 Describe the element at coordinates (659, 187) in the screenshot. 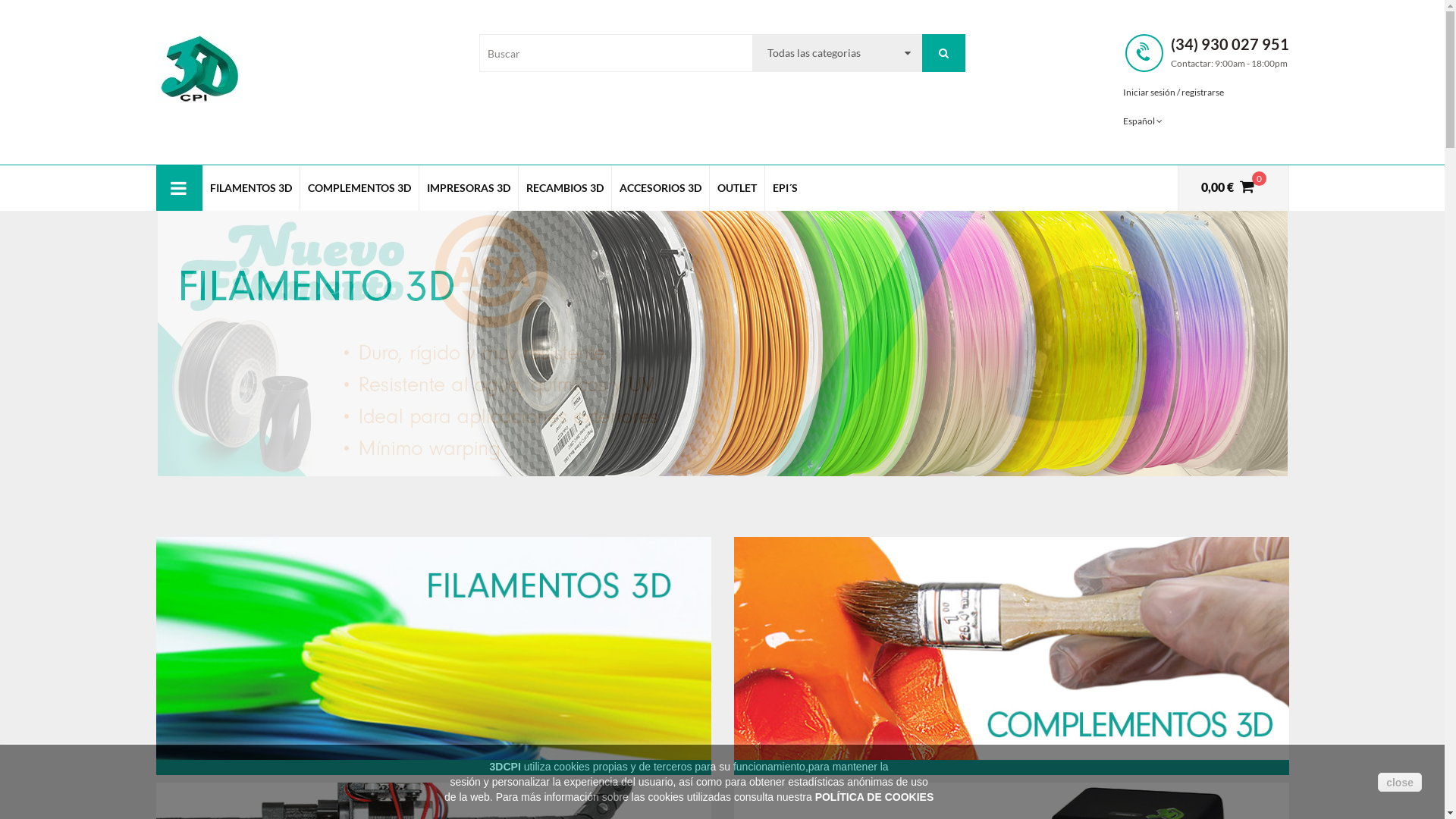

I see `'ACCESORIOS 3D'` at that location.